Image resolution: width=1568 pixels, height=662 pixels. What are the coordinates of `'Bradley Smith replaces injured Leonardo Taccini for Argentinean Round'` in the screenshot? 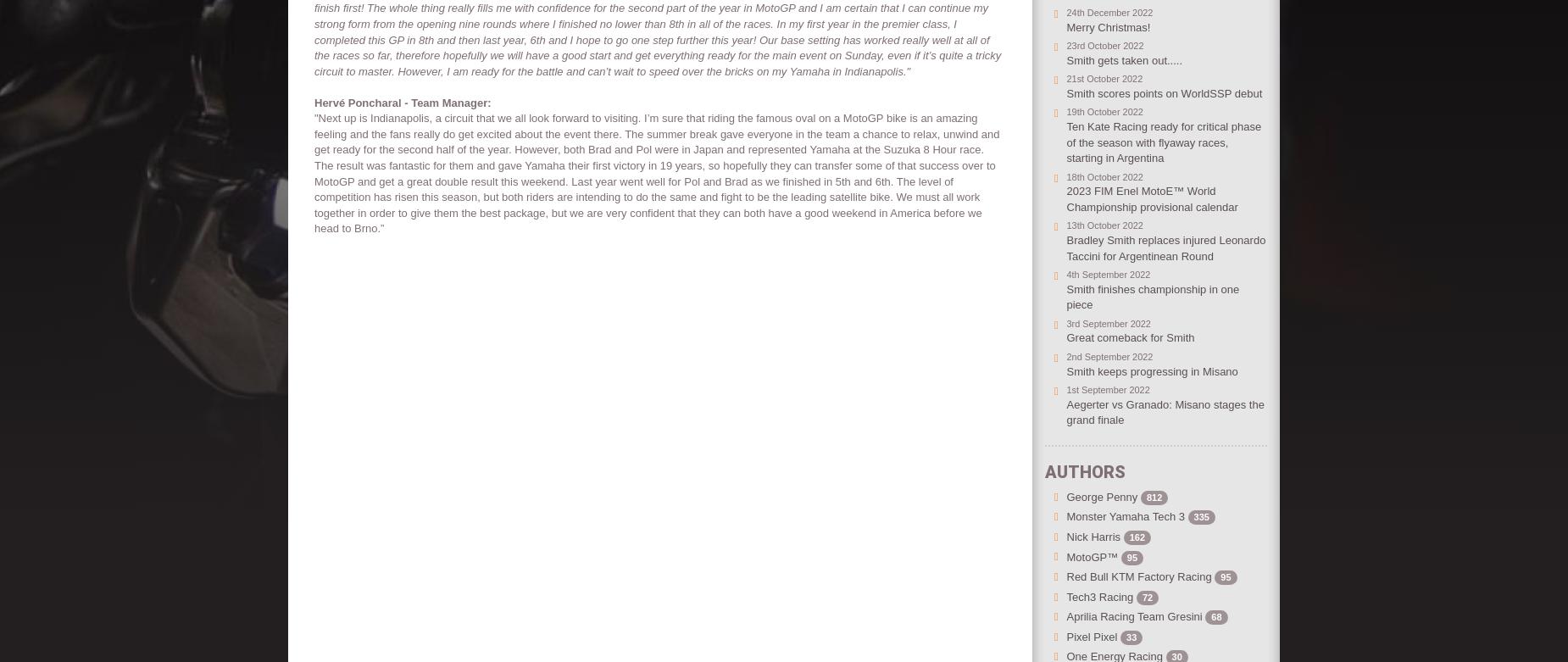 It's located at (1165, 248).